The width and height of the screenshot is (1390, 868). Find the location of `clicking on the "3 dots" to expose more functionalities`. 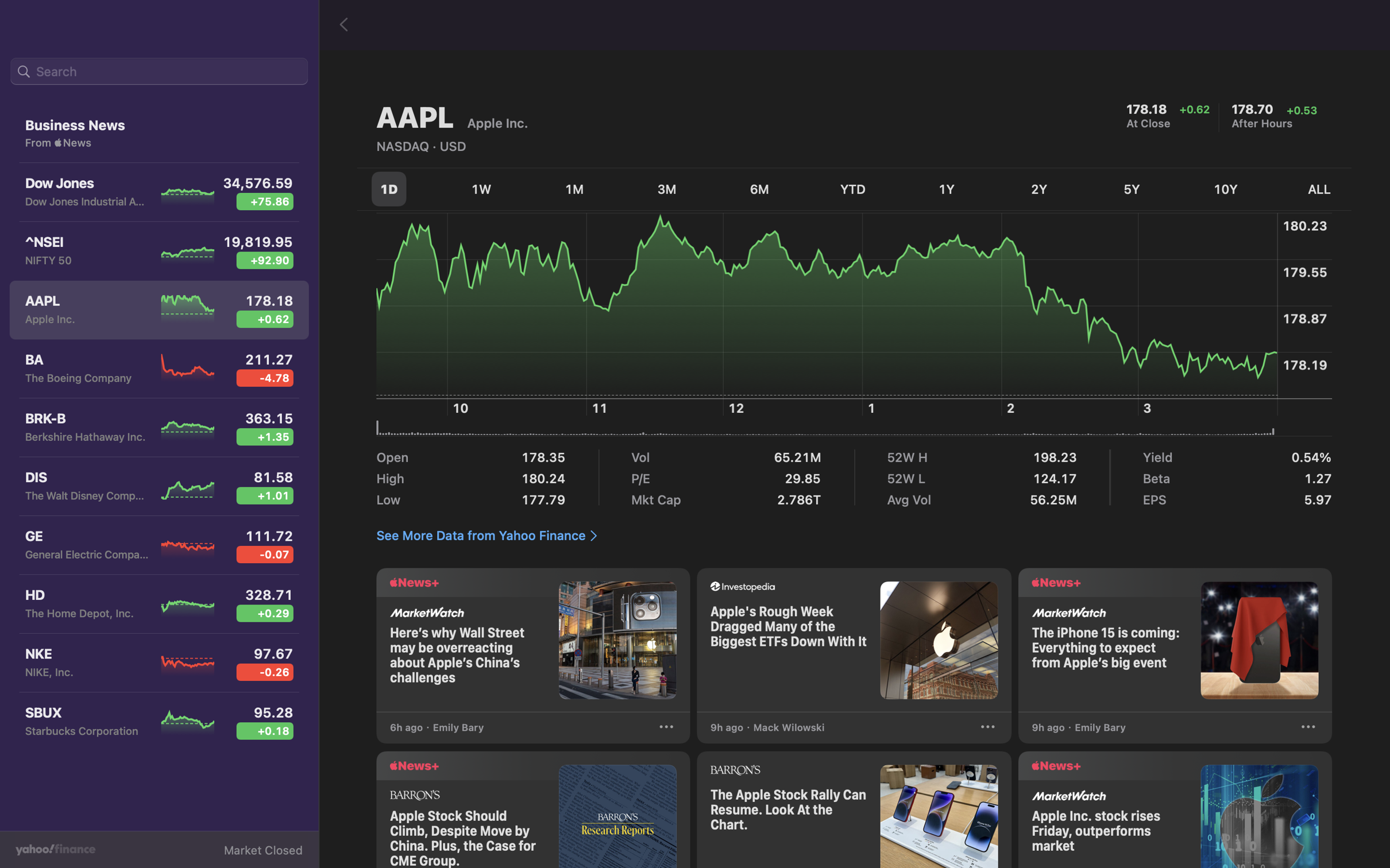

clicking on the "3 dots" to expose more functionalities is located at coordinates (1307, 728).